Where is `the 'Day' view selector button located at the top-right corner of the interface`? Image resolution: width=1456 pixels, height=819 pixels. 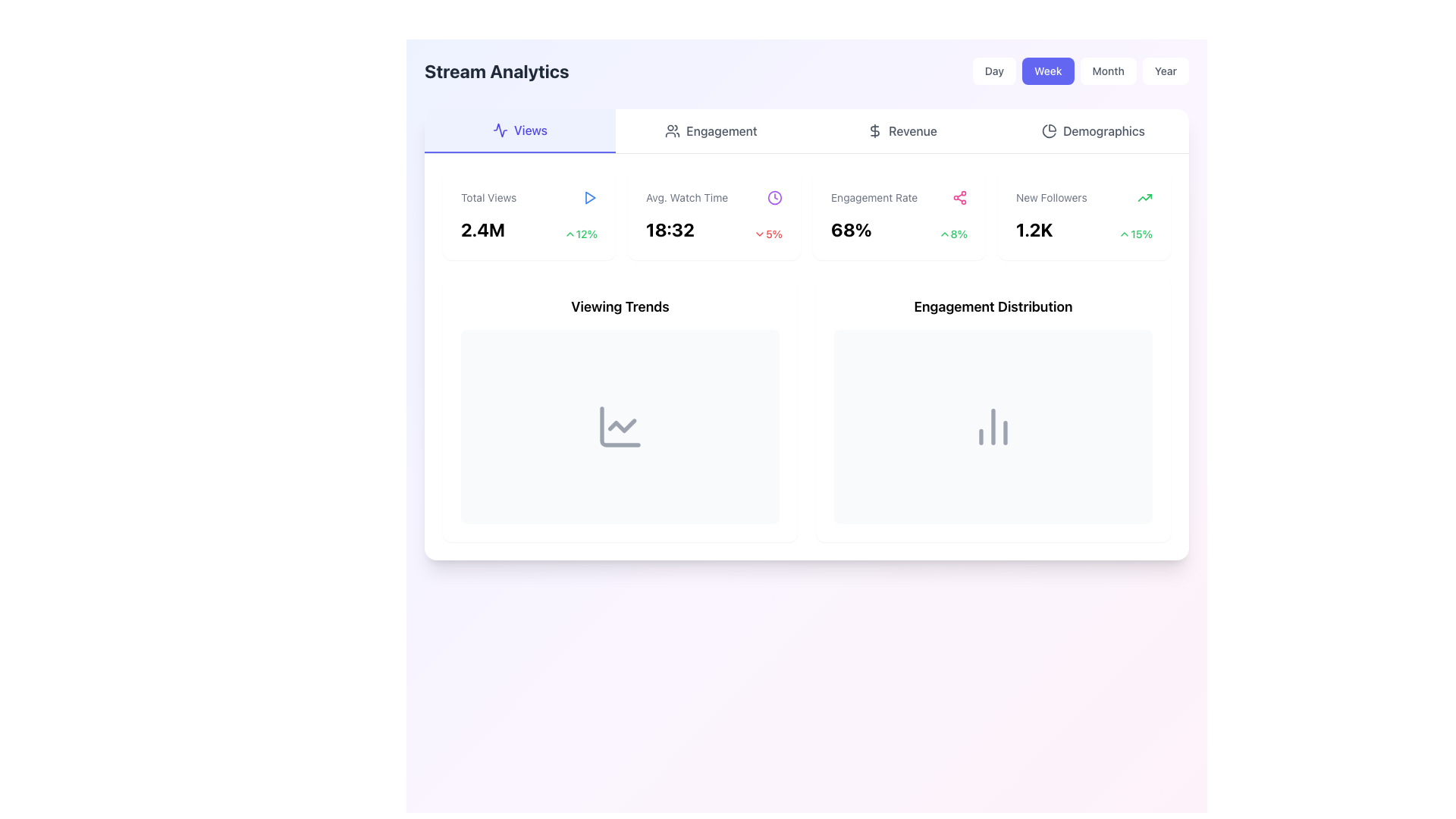 the 'Day' view selector button located at the top-right corner of the interface is located at coordinates (994, 71).